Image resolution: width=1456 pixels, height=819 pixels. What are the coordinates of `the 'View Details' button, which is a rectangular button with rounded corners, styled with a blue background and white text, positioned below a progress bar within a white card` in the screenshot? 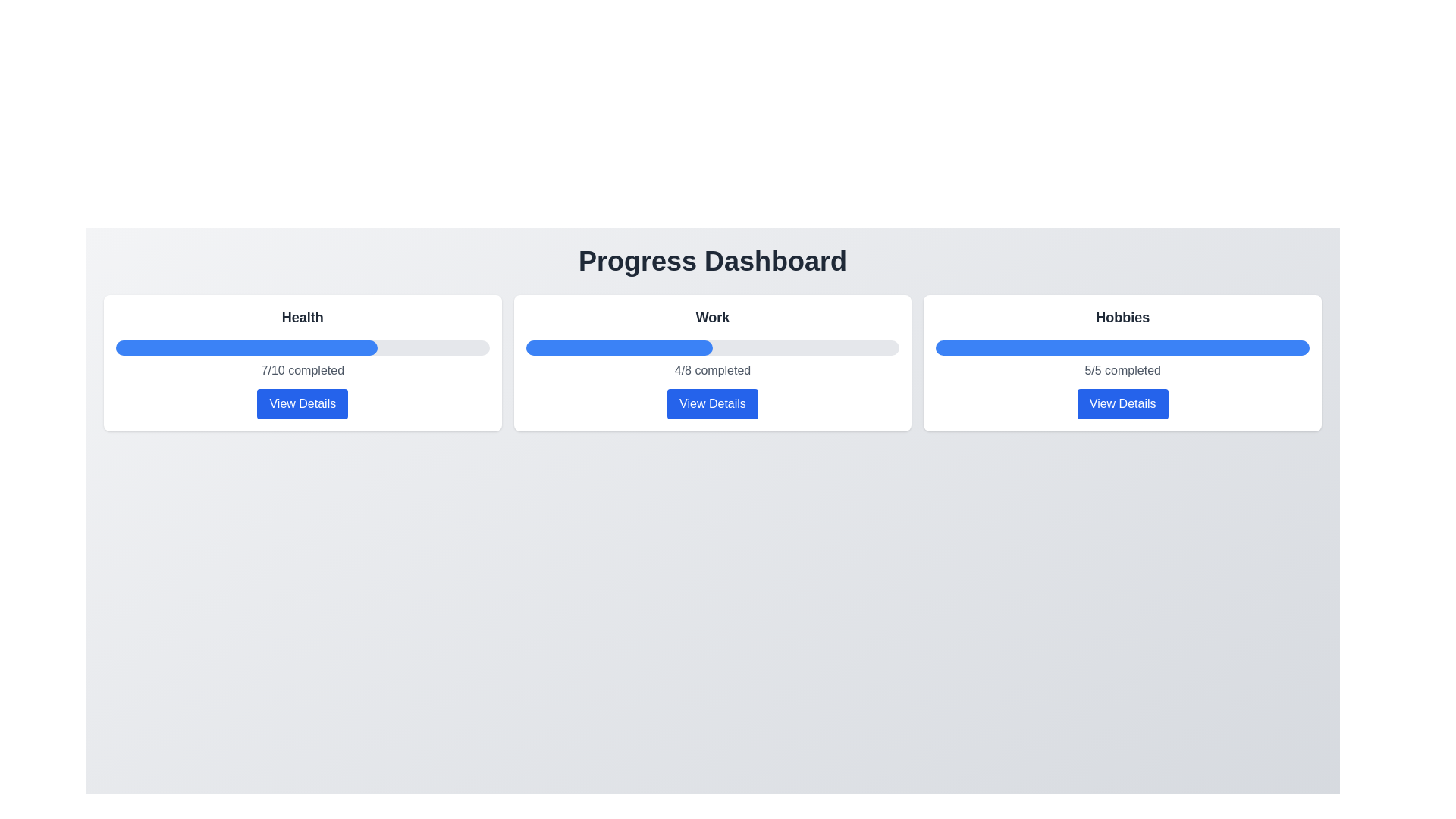 It's located at (303, 403).